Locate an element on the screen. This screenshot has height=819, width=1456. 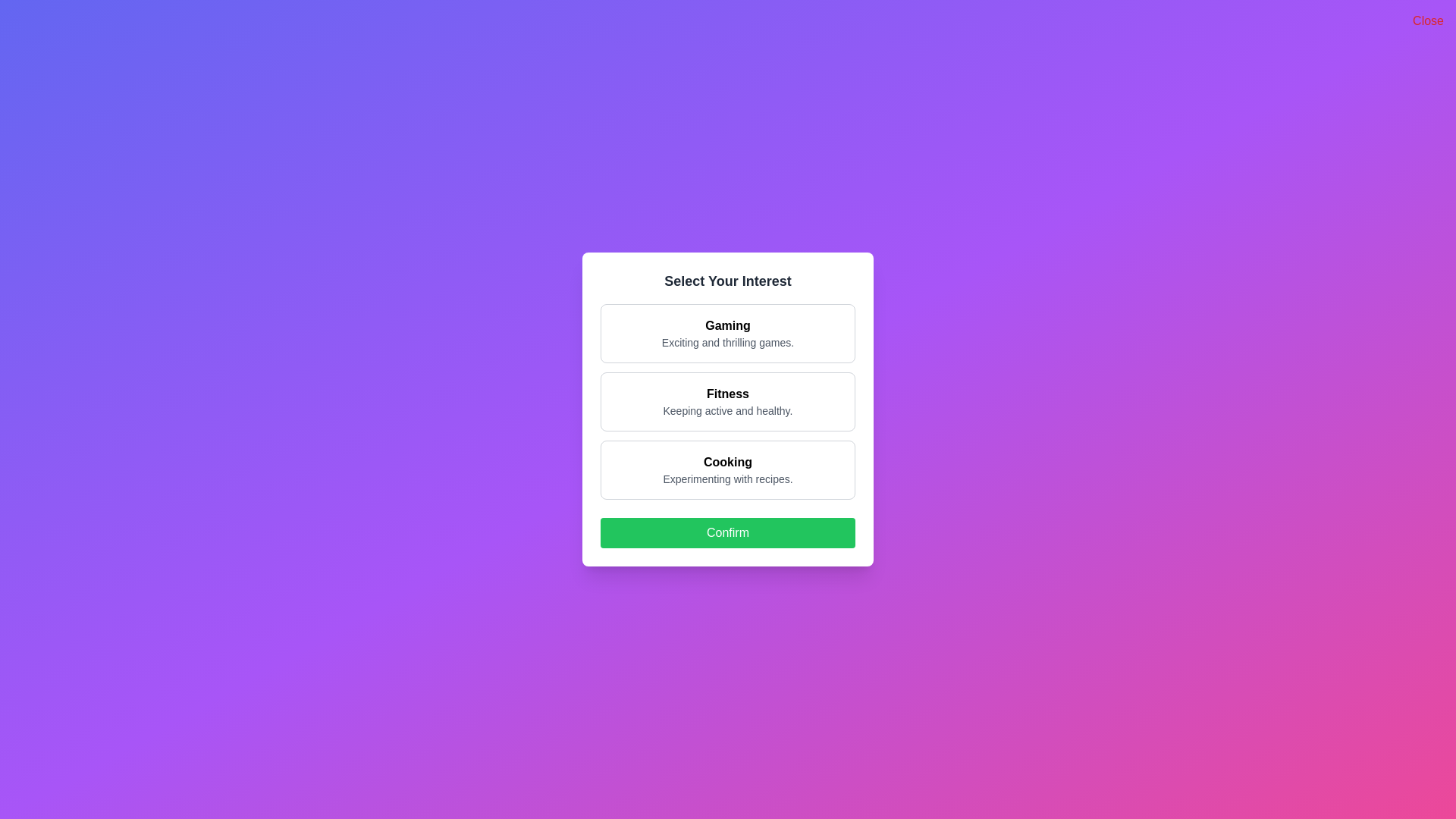
the gradient background outside the dialog is located at coordinates (75, 76).